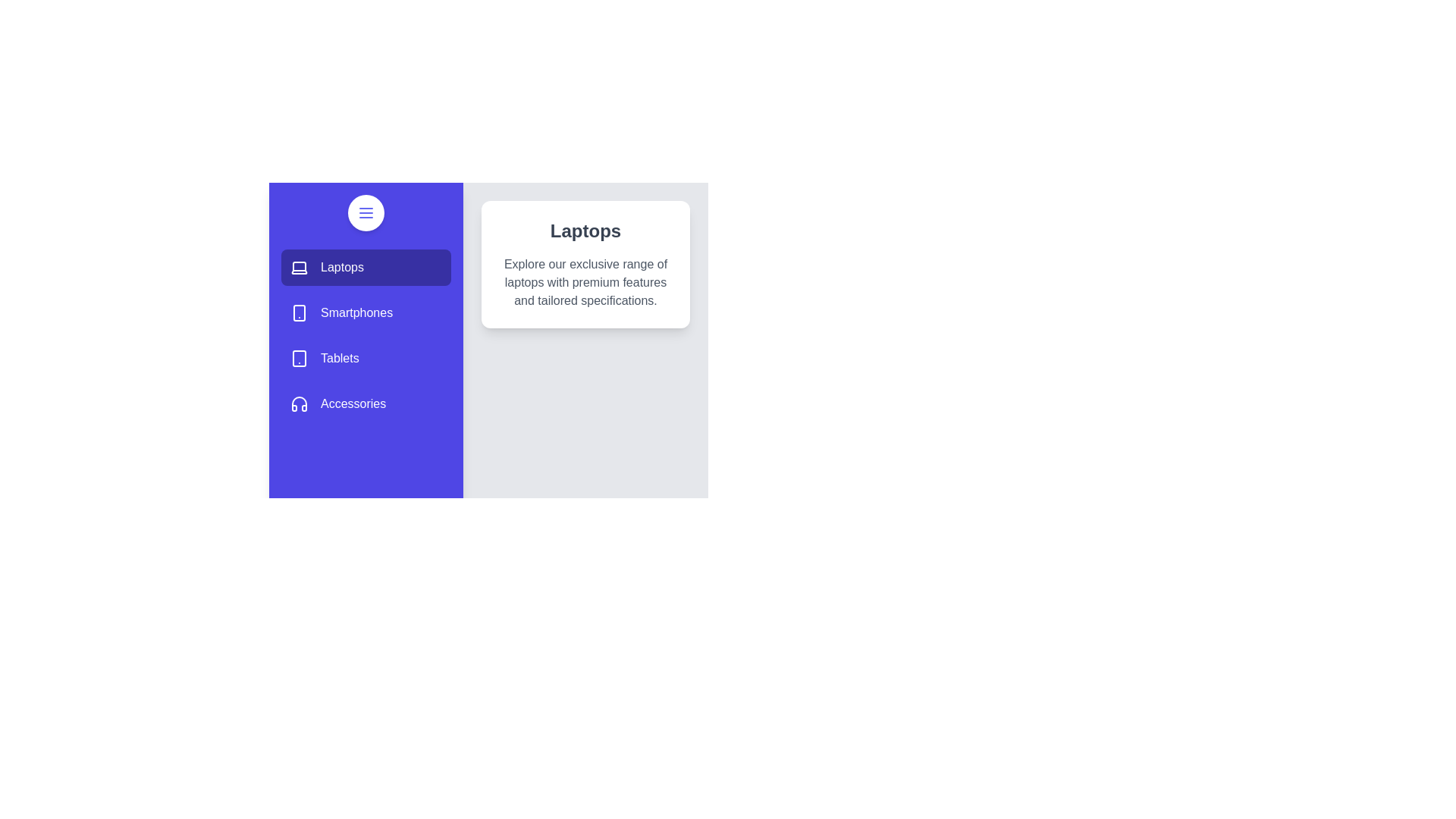 The image size is (1456, 819). Describe the element at coordinates (585, 283) in the screenshot. I see `the main content area to read the description text` at that location.